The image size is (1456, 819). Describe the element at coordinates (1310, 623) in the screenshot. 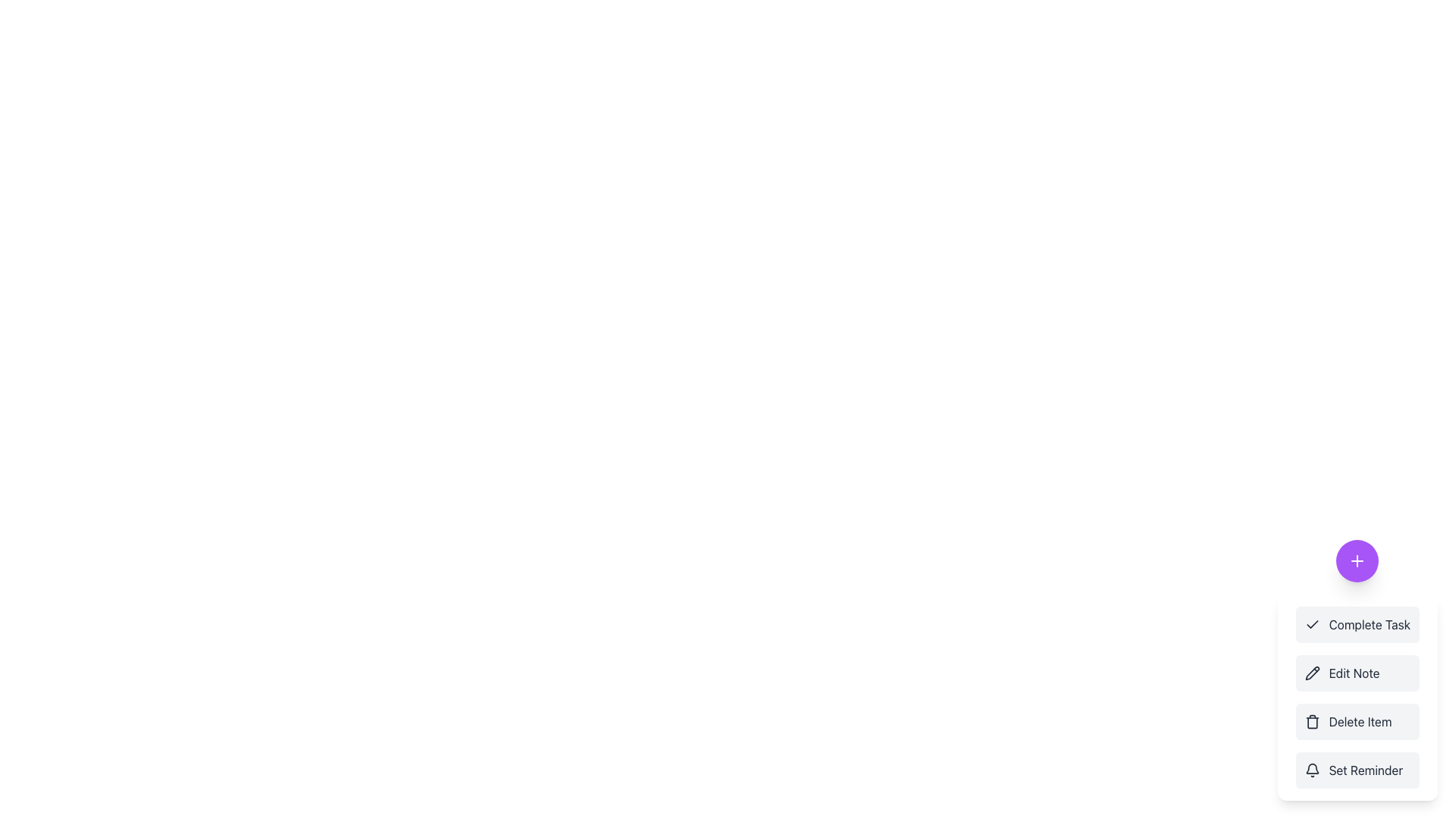

I see `the check mark icon` at that location.